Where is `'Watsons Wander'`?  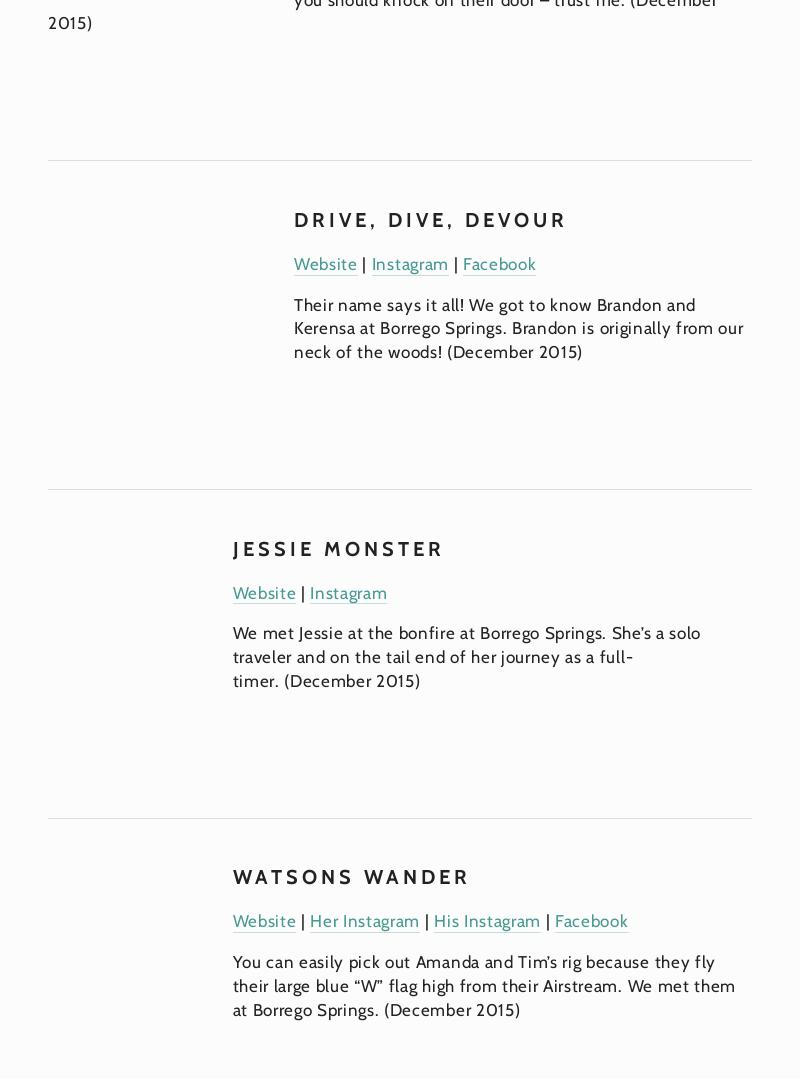 'Watsons Wander' is located at coordinates (231, 876).